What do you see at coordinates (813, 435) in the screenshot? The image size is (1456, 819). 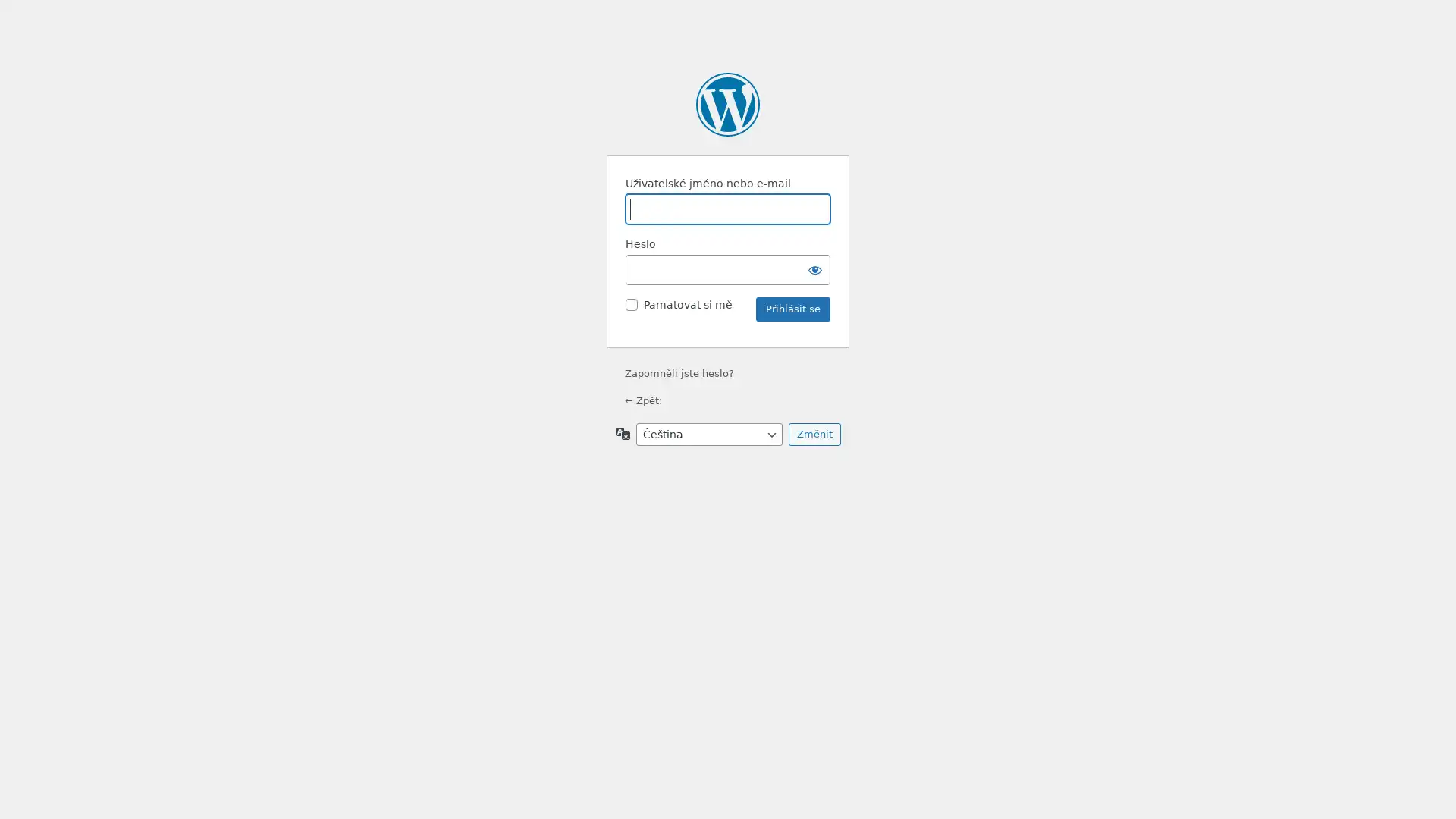 I see `Zmenit` at bounding box center [813, 435].